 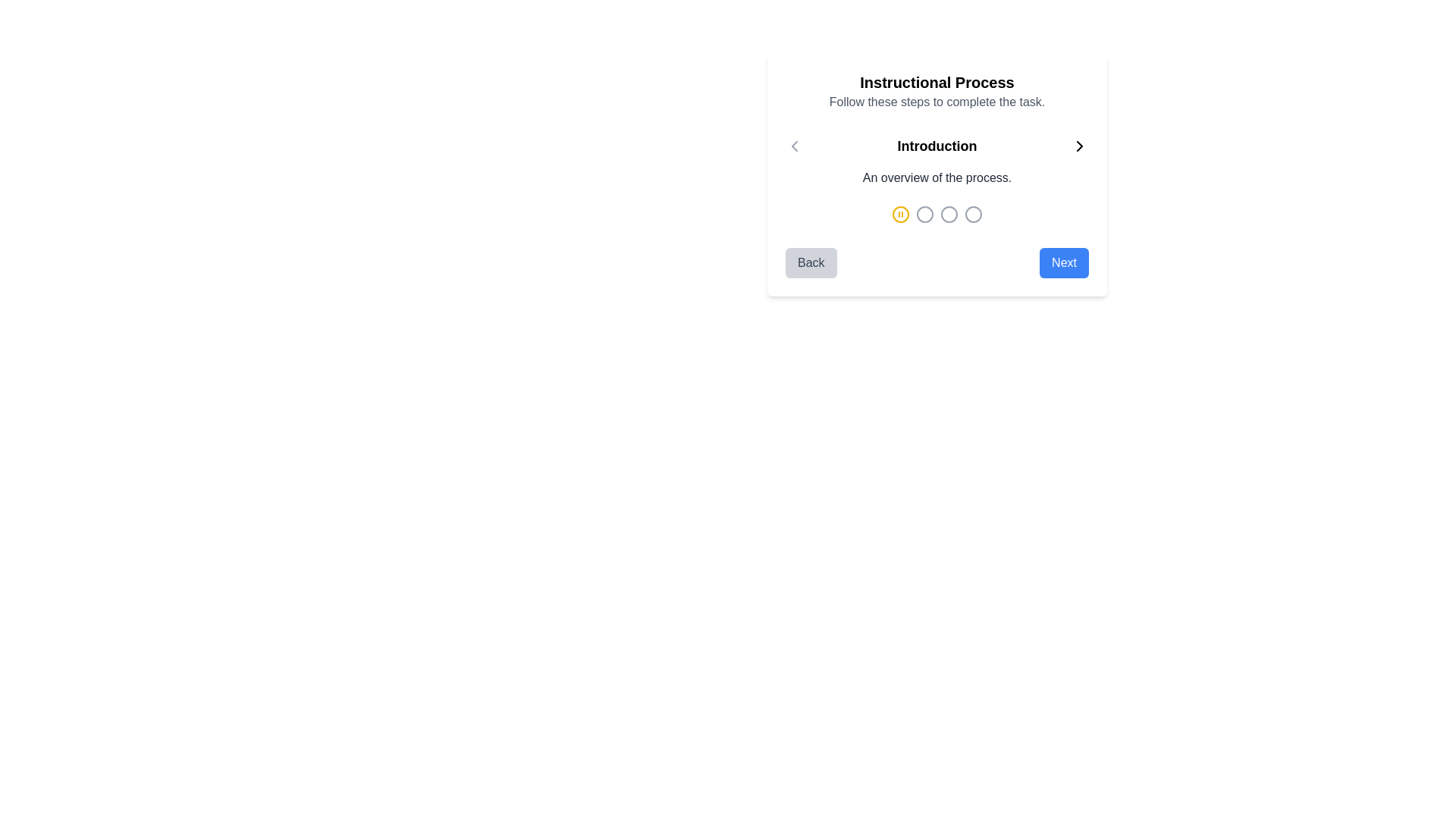 What do you see at coordinates (937, 146) in the screenshot?
I see `the 'Introduction' text label, which is a prominently displayed bold text block centered in the navigation control bar, flanked by left and right navigation icons` at bounding box center [937, 146].